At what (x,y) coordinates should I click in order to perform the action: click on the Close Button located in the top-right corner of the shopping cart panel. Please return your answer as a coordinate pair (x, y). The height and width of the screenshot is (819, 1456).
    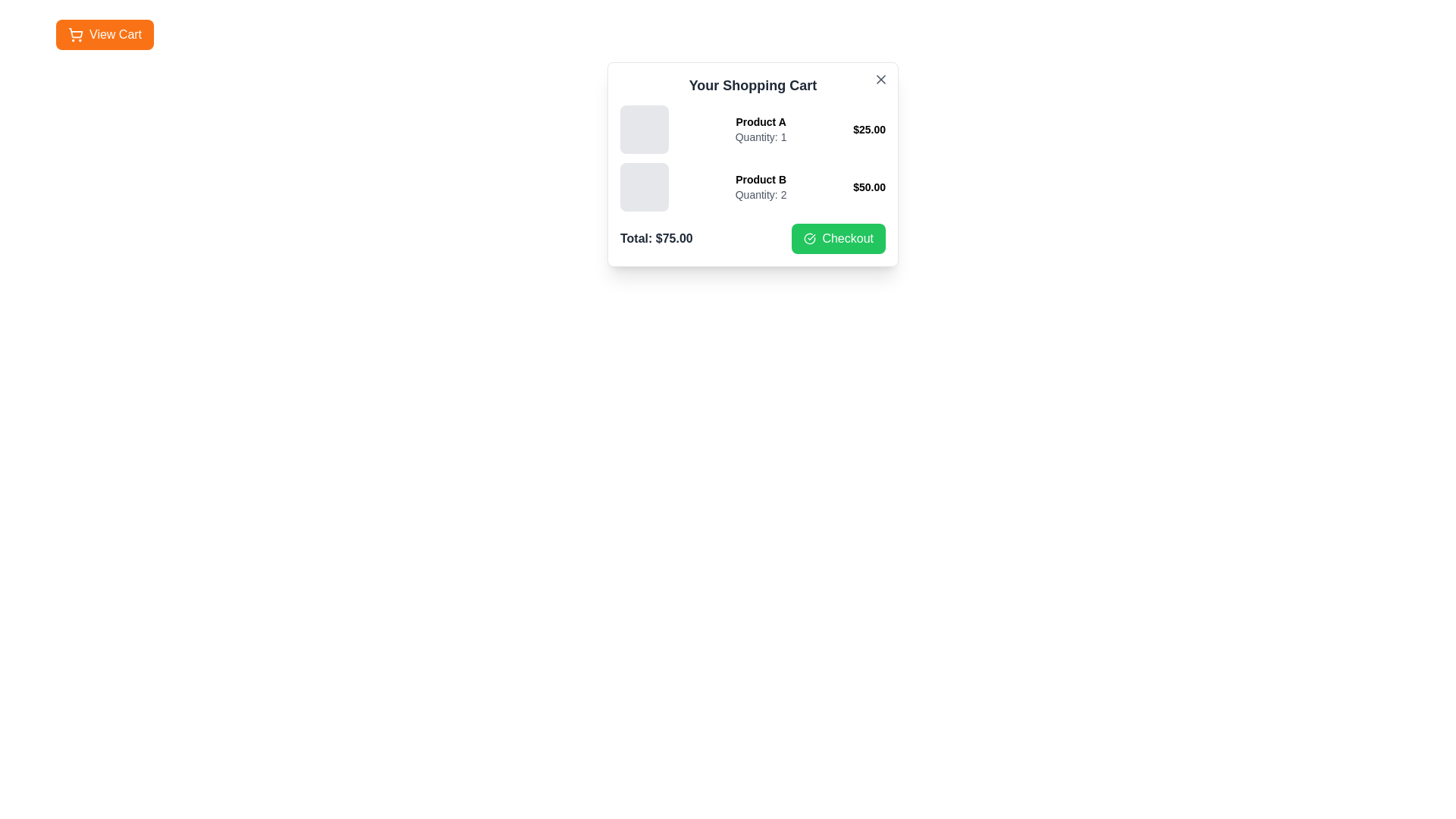
    Looking at the image, I should click on (880, 79).